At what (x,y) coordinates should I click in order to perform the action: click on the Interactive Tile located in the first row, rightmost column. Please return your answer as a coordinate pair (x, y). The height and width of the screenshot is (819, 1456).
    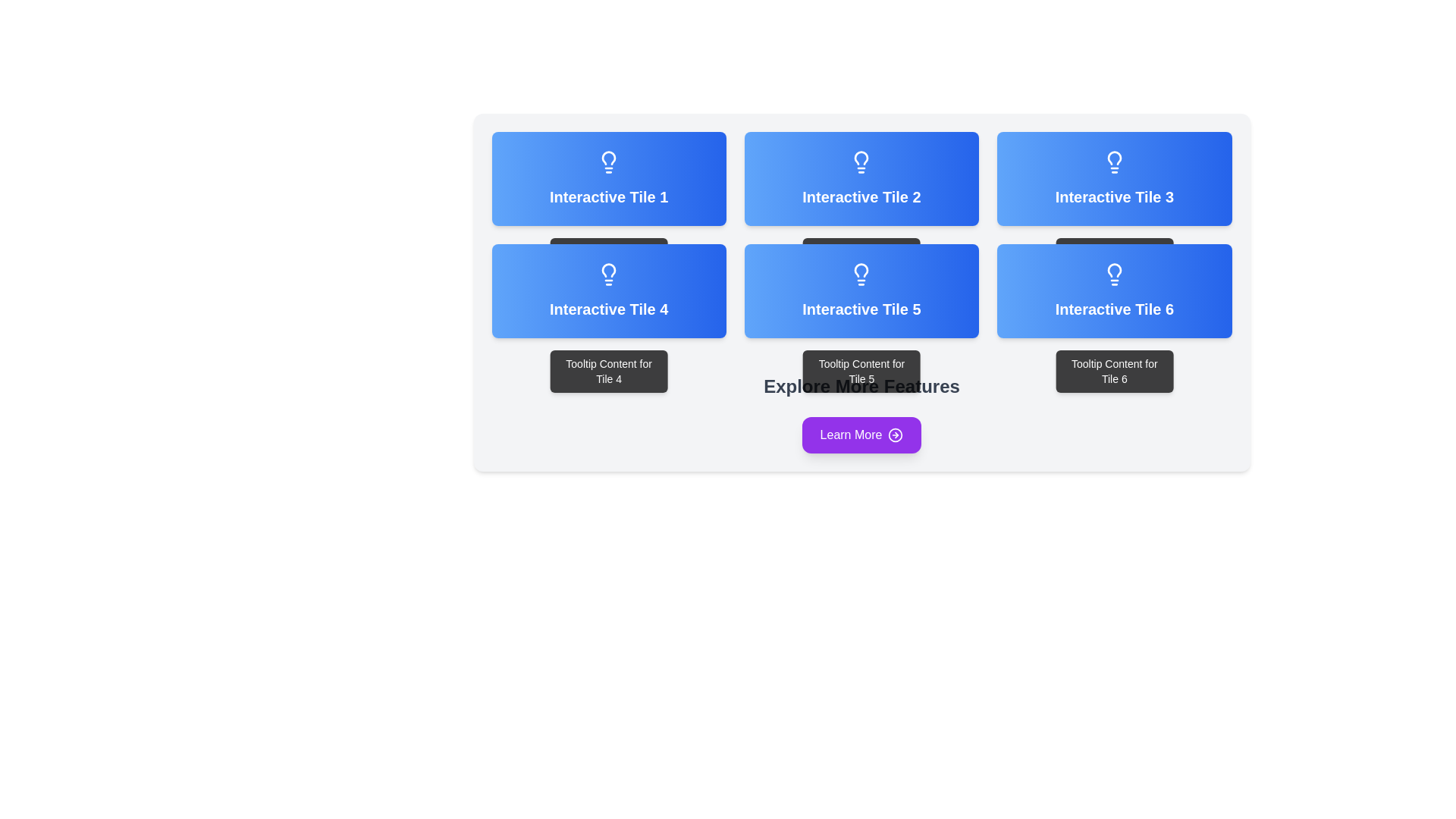
    Looking at the image, I should click on (1114, 177).